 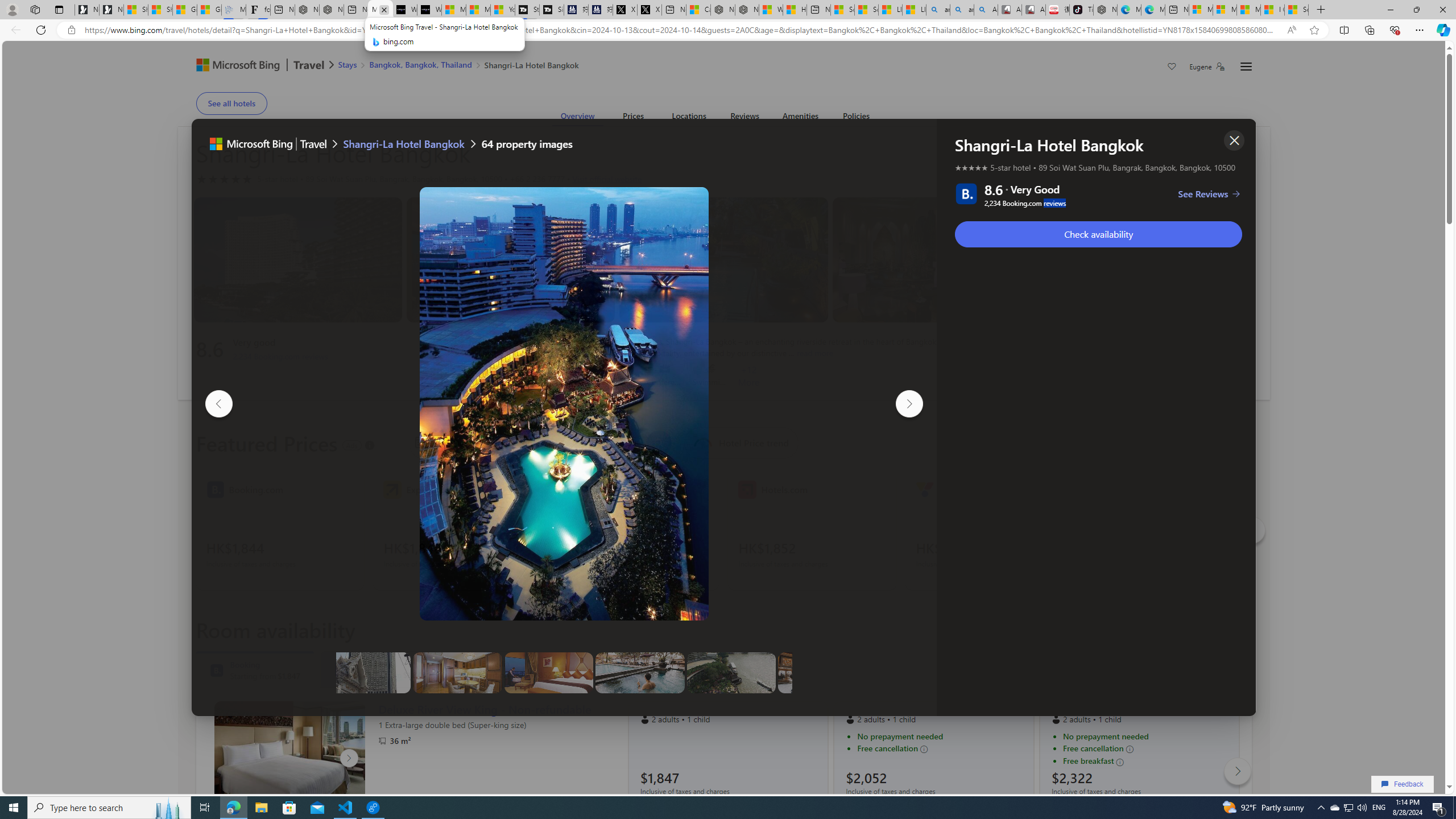 I want to click on 'Microsoft Bing Travel - Shangri-La Hotel Bangkok', so click(x=380, y=9).